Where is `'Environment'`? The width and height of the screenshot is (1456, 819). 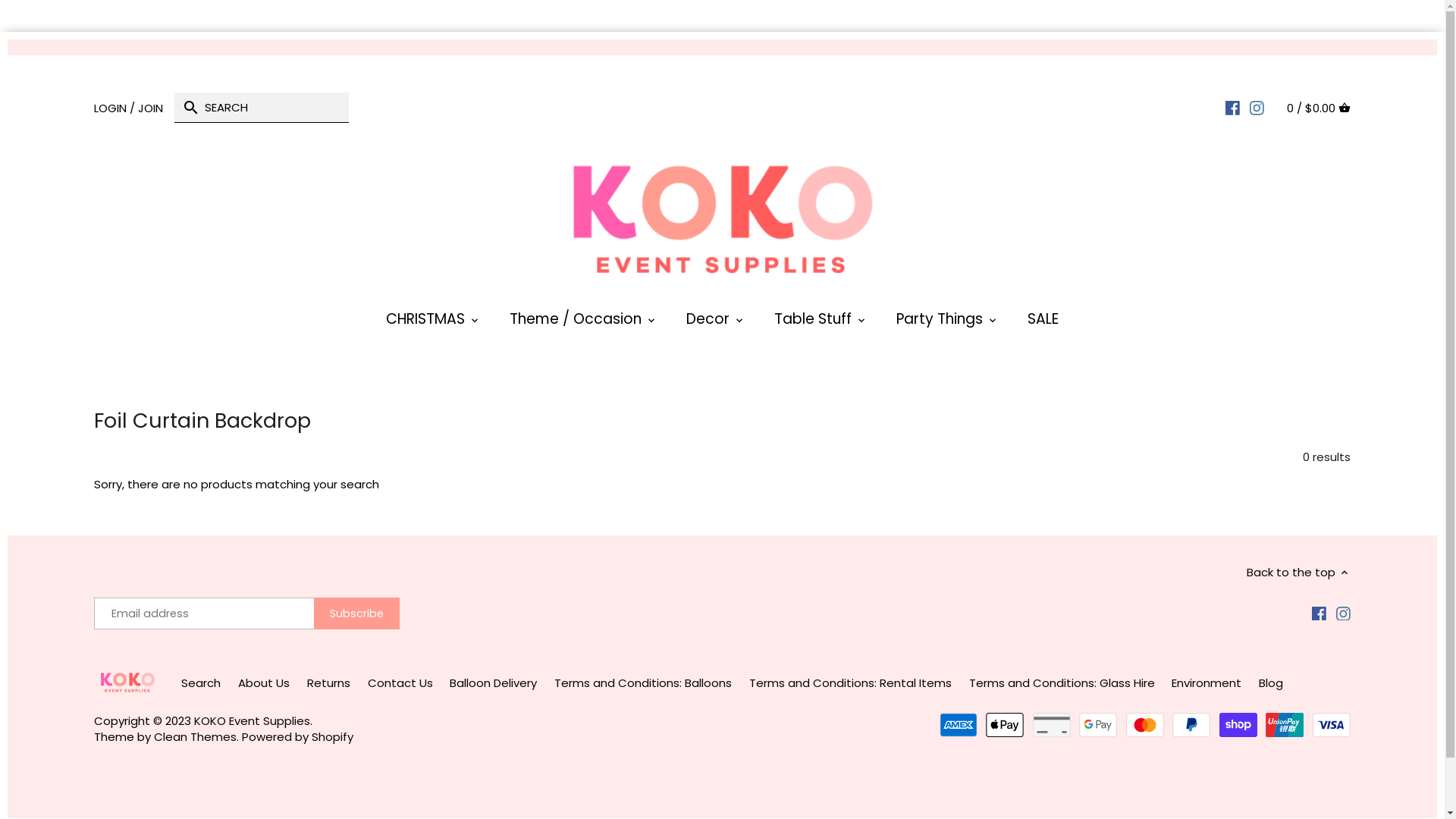 'Environment' is located at coordinates (1171, 682).